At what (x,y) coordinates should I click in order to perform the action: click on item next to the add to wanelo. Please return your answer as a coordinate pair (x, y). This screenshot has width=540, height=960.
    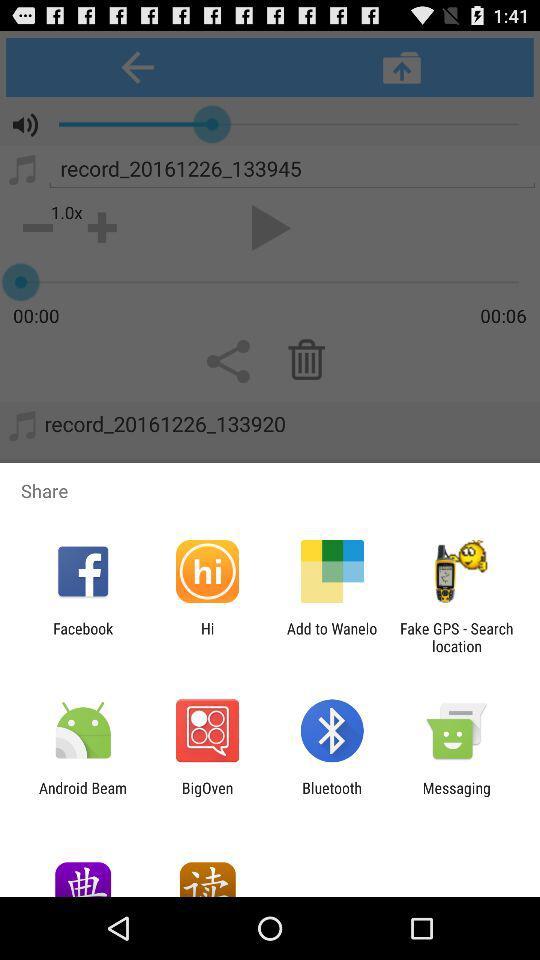
    Looking at the image, I should click on (456, 636).